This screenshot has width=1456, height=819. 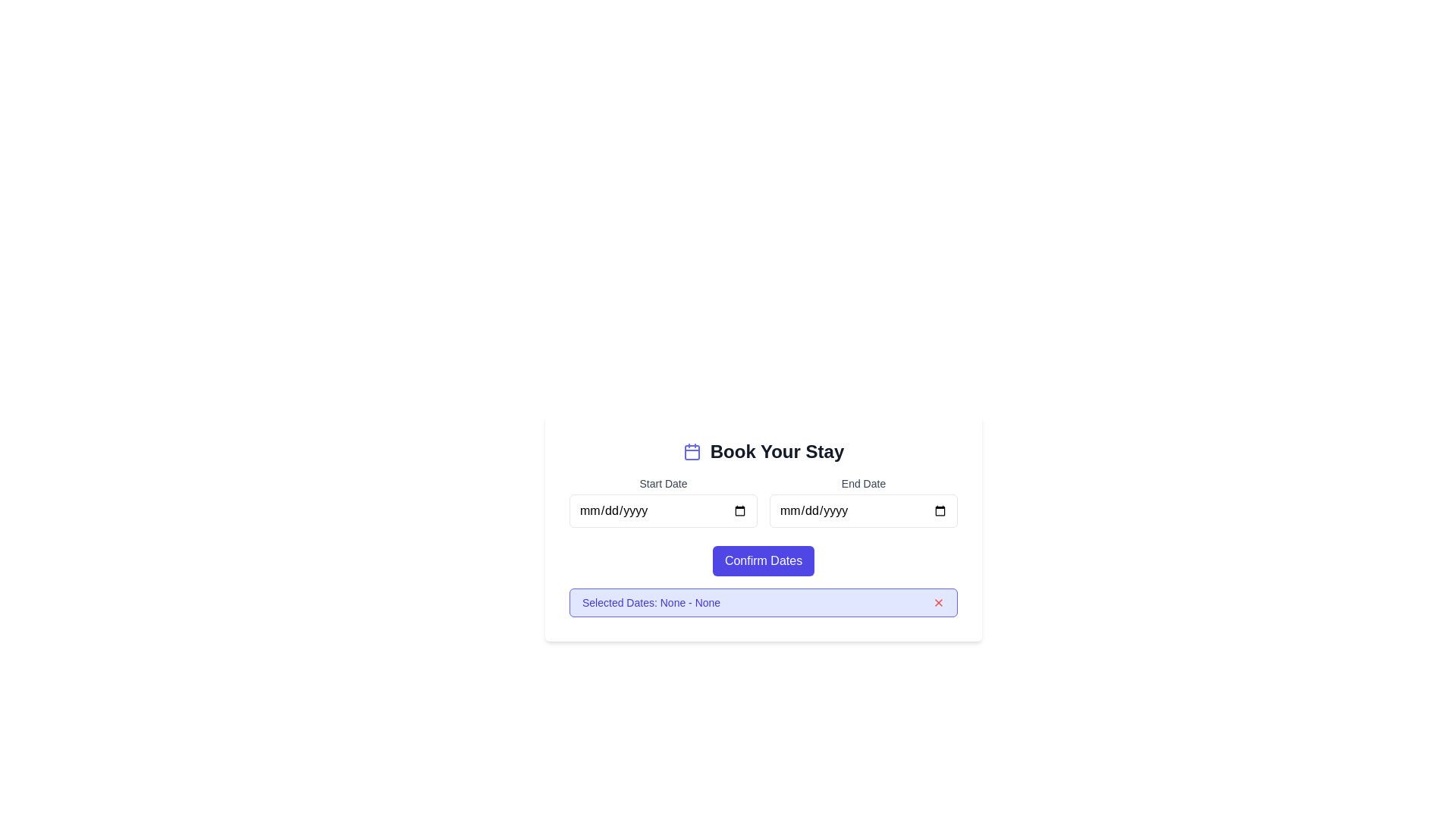 What do you see at coordinates (651, 601) in the screenshot?
I see `the Text Label that displays the selected dates, currently showing 'None - None', positioned beneath the 'Confirm Dates' button` at bounding box center [651, 601].